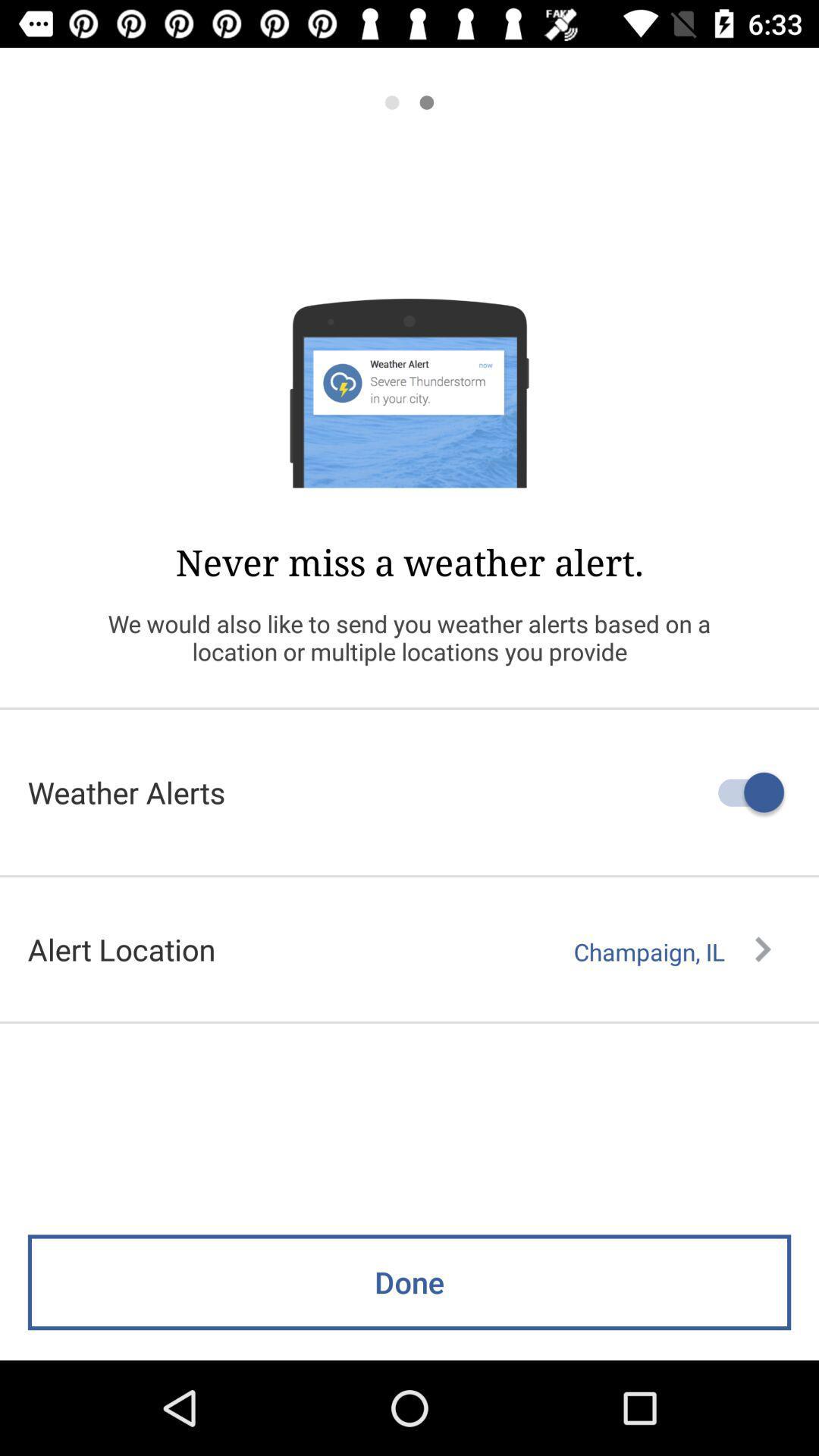 The image size is (819, 1456). I want to click on the champaign, il icon, so click(671, 951).